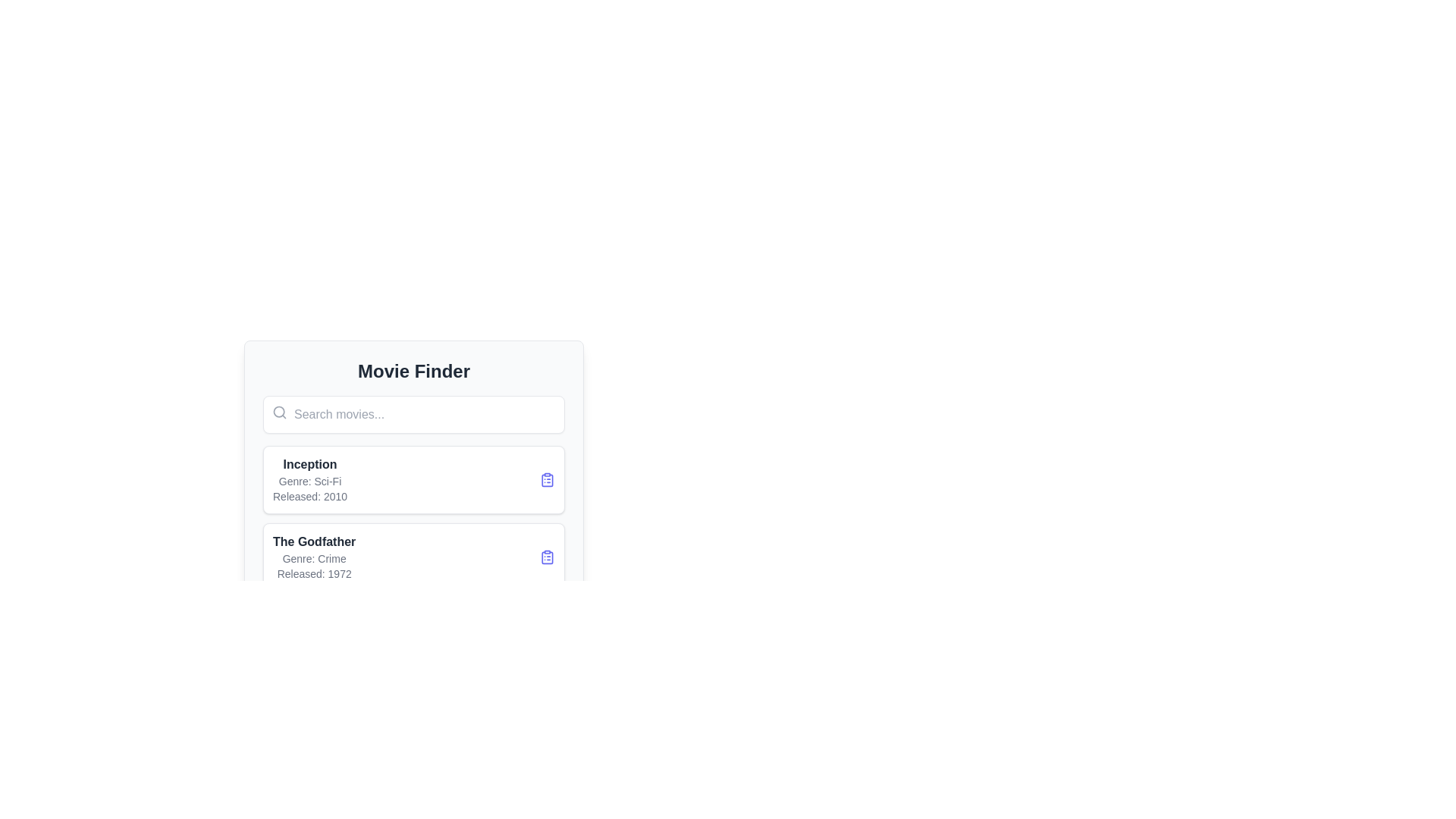 The width and height of the screenshot is (1456, 819). I want to click on the text label displaying 'Inception' which is positioned at the top of the movie details card, so click(309, 464).